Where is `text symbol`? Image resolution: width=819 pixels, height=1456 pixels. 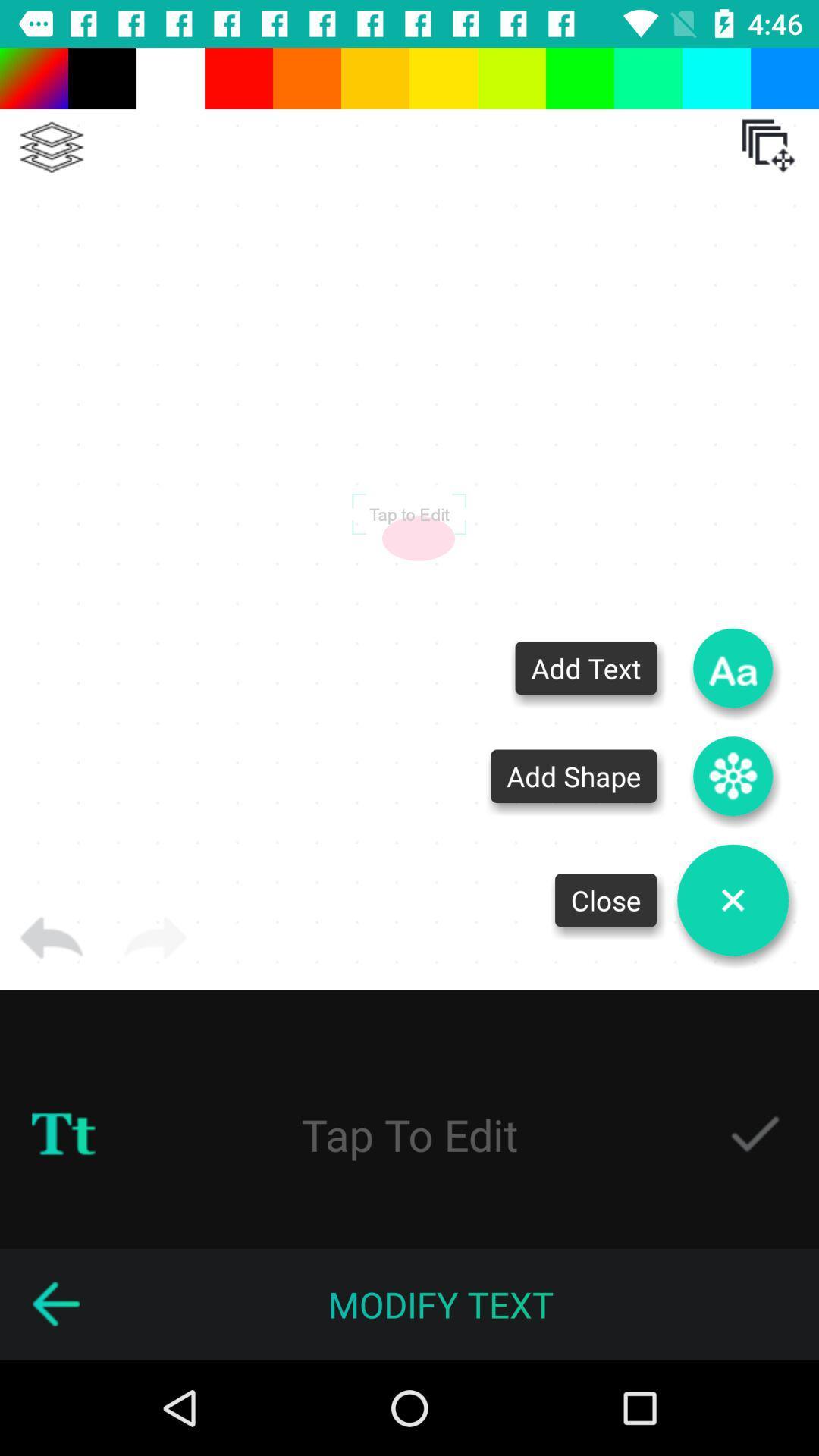 text symbol is located at coordinates (63, 1134).